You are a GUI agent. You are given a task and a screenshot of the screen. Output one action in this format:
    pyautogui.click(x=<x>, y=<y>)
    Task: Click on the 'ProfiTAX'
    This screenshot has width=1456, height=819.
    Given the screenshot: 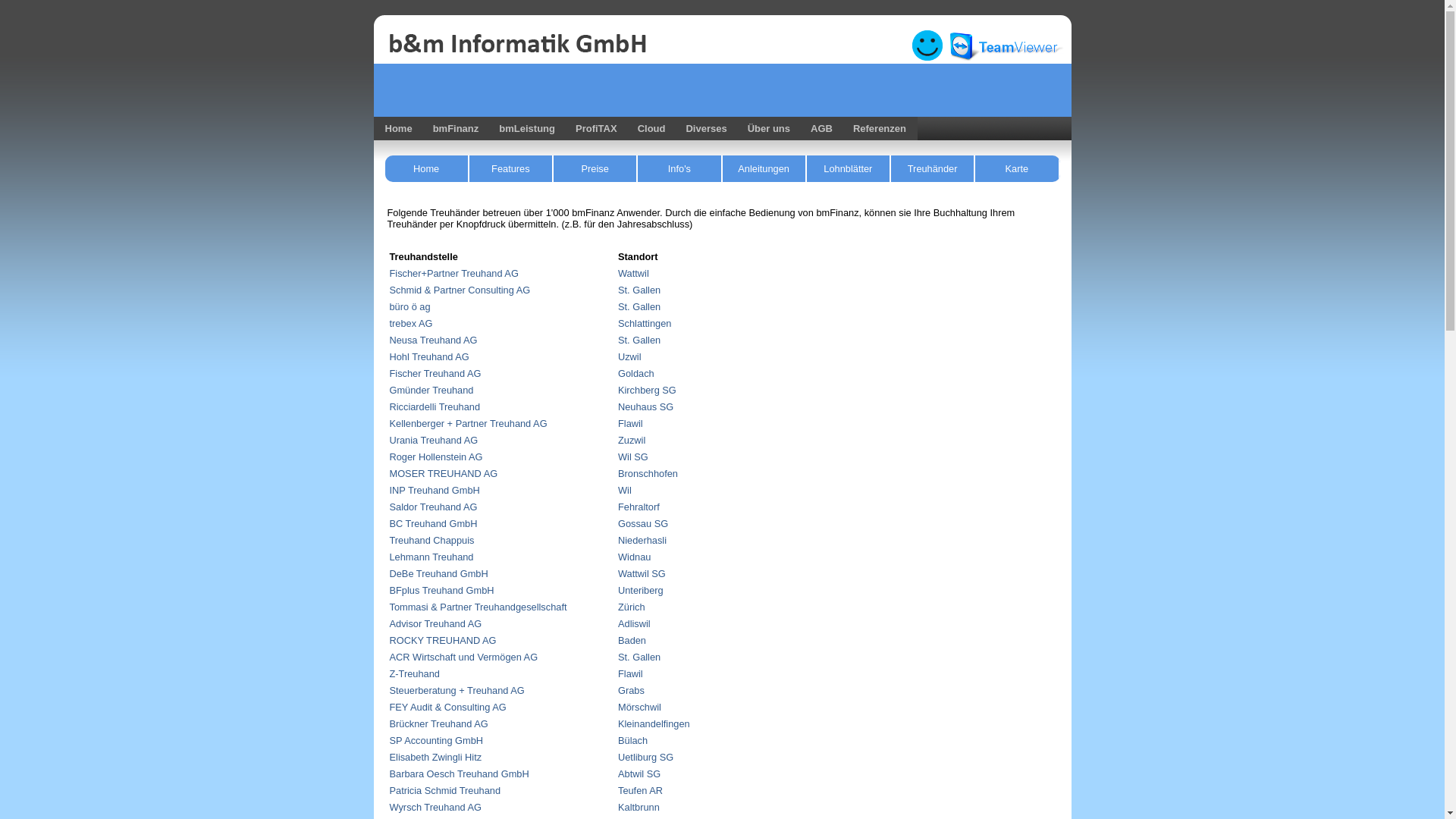 What is the action you would take?
    pyautogui.click(x=593, y=127)
    